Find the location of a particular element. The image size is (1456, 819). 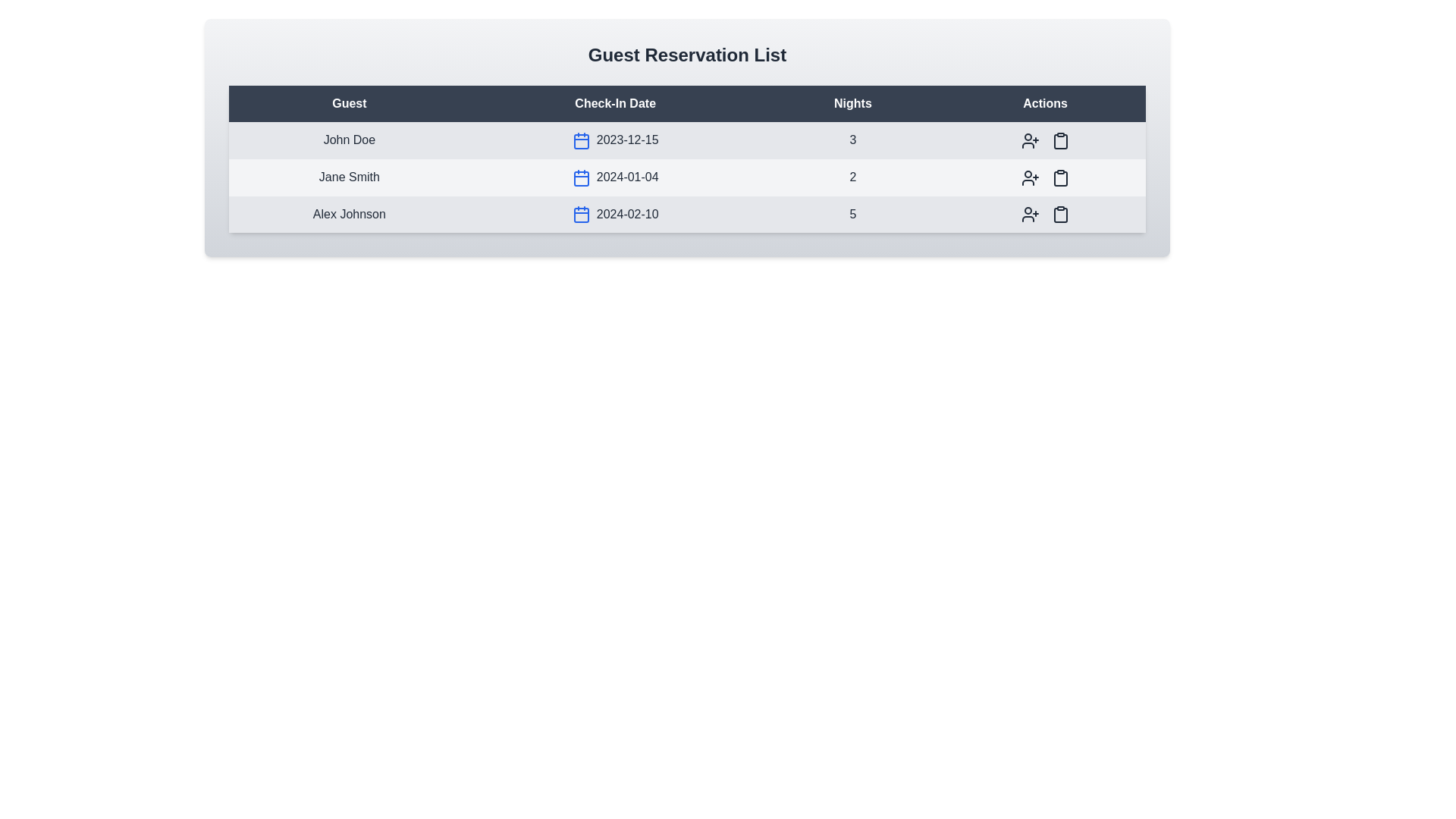

the calendar icon in the first row of the 'Check-In Date' column of the 'Guest Reservation List' table, which is located to the left of the text '2023-12-15' is located at coordinates (580, 140).